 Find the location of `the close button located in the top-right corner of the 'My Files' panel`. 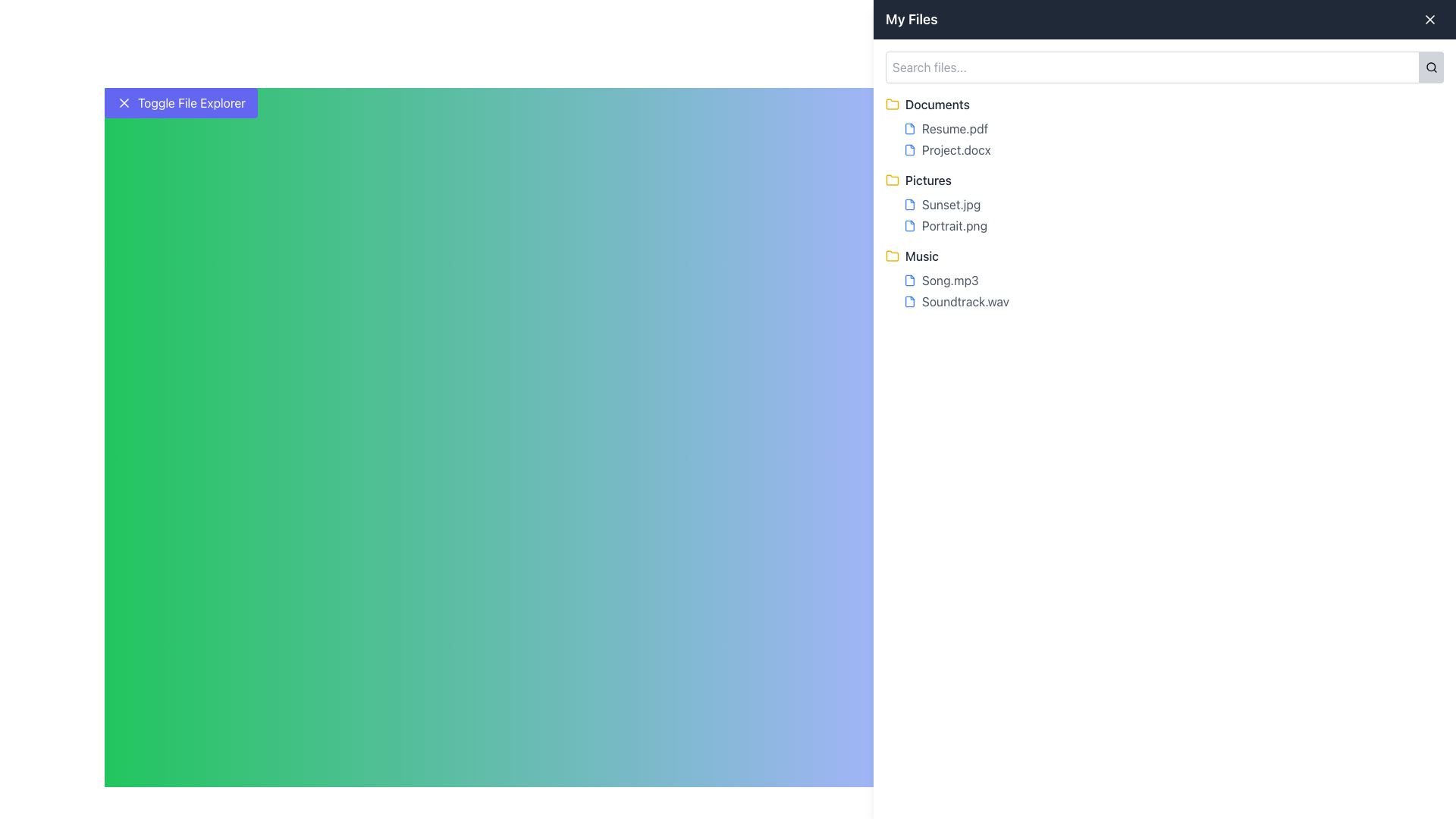

the close button located in the top-right corner of the 'My Files' panel is located at coordinates (1429, 20).